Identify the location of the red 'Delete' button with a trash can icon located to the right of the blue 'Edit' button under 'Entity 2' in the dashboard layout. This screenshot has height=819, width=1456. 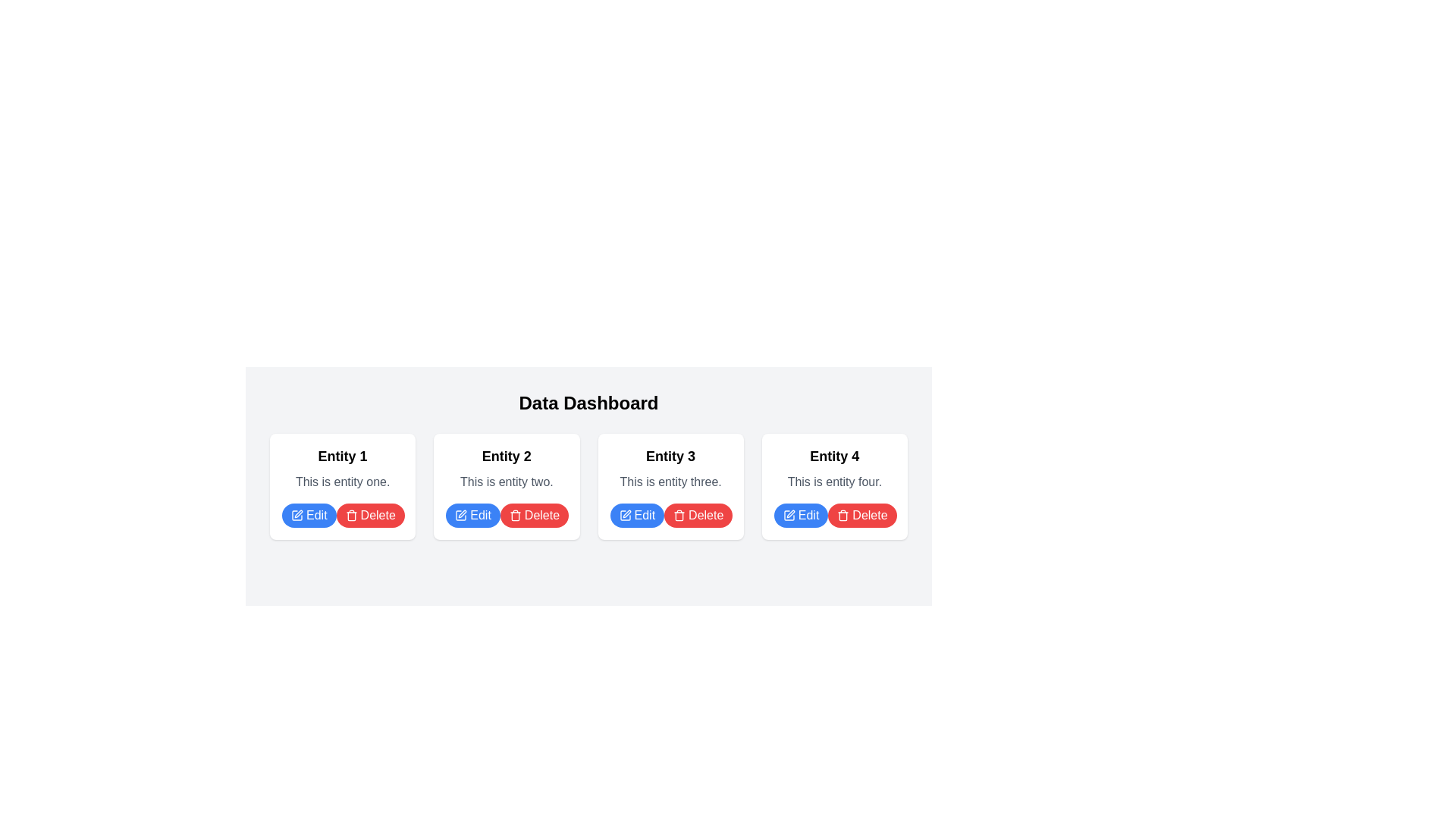
(535, 514).